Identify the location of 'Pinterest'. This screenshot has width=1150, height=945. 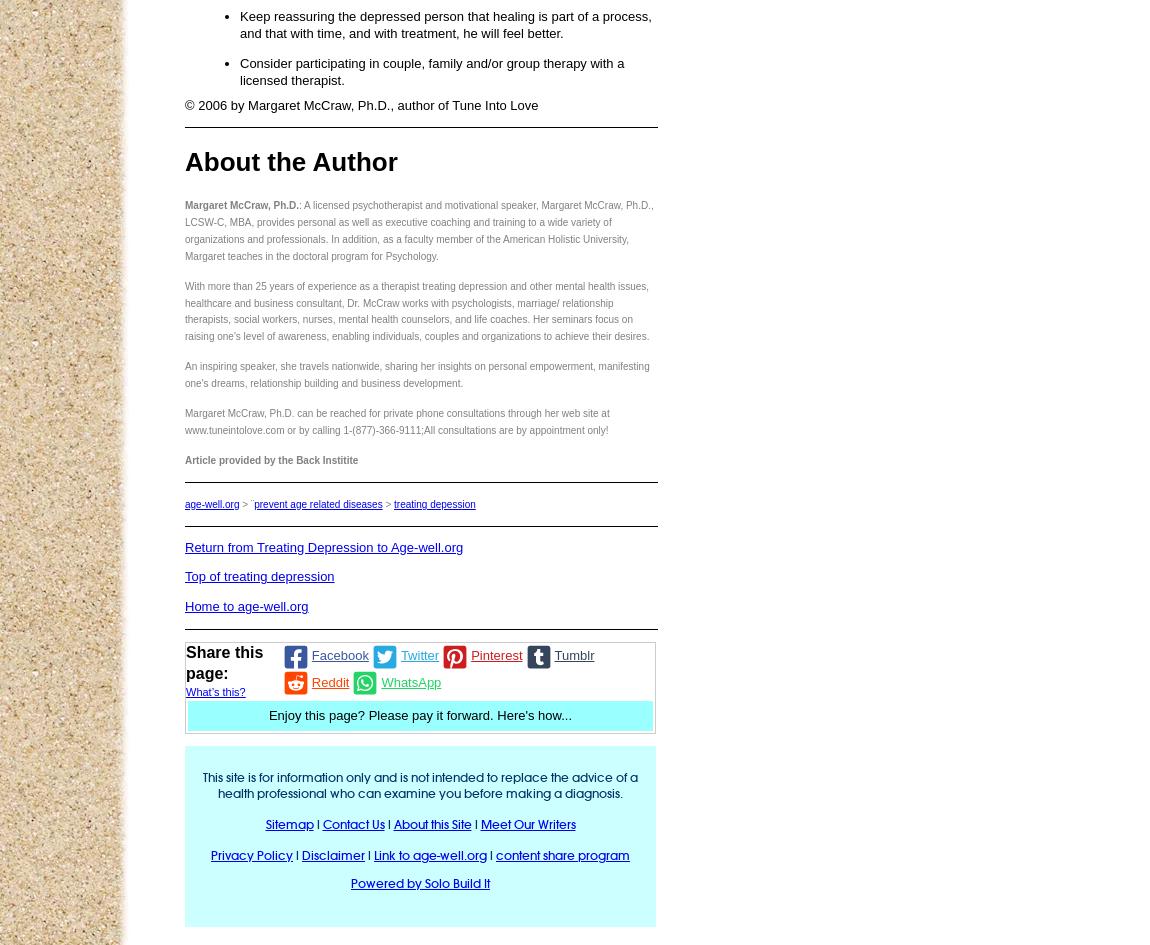
(496, 654).